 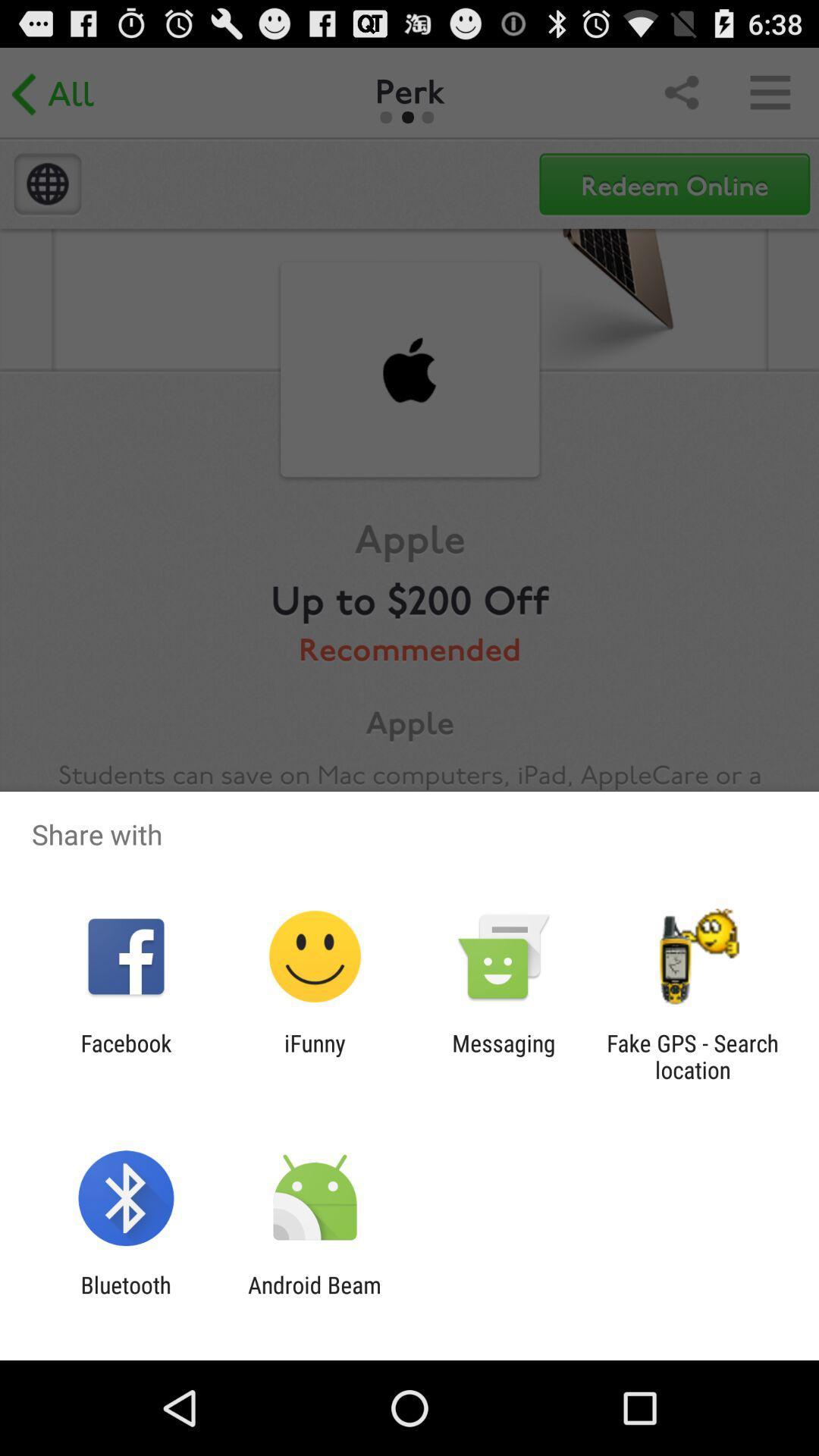 I want to click on app next to the bluetooth app, so click(x=314, y=1298).